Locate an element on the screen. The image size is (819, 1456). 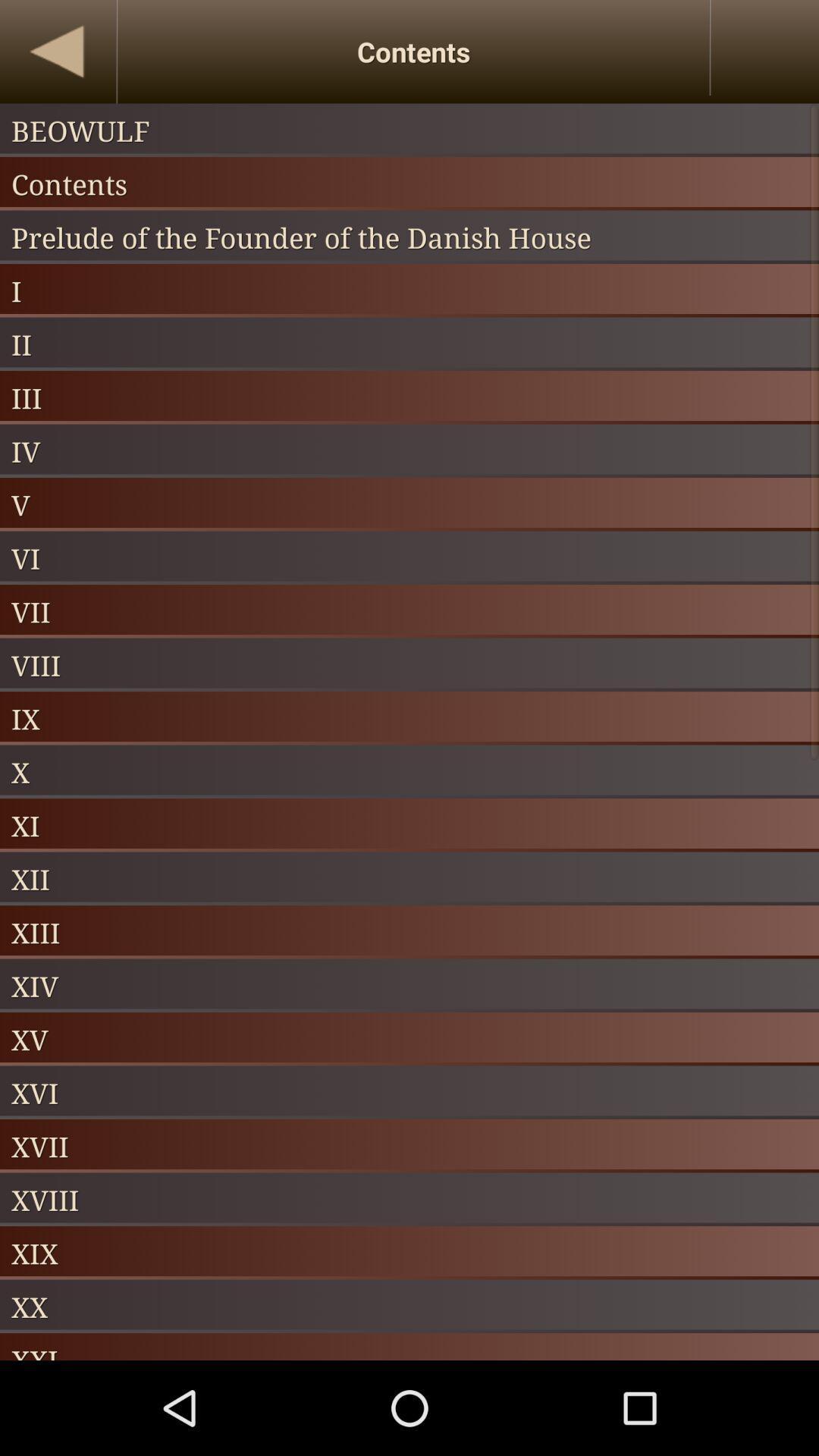
iii item is located at coordinates (409, 397).